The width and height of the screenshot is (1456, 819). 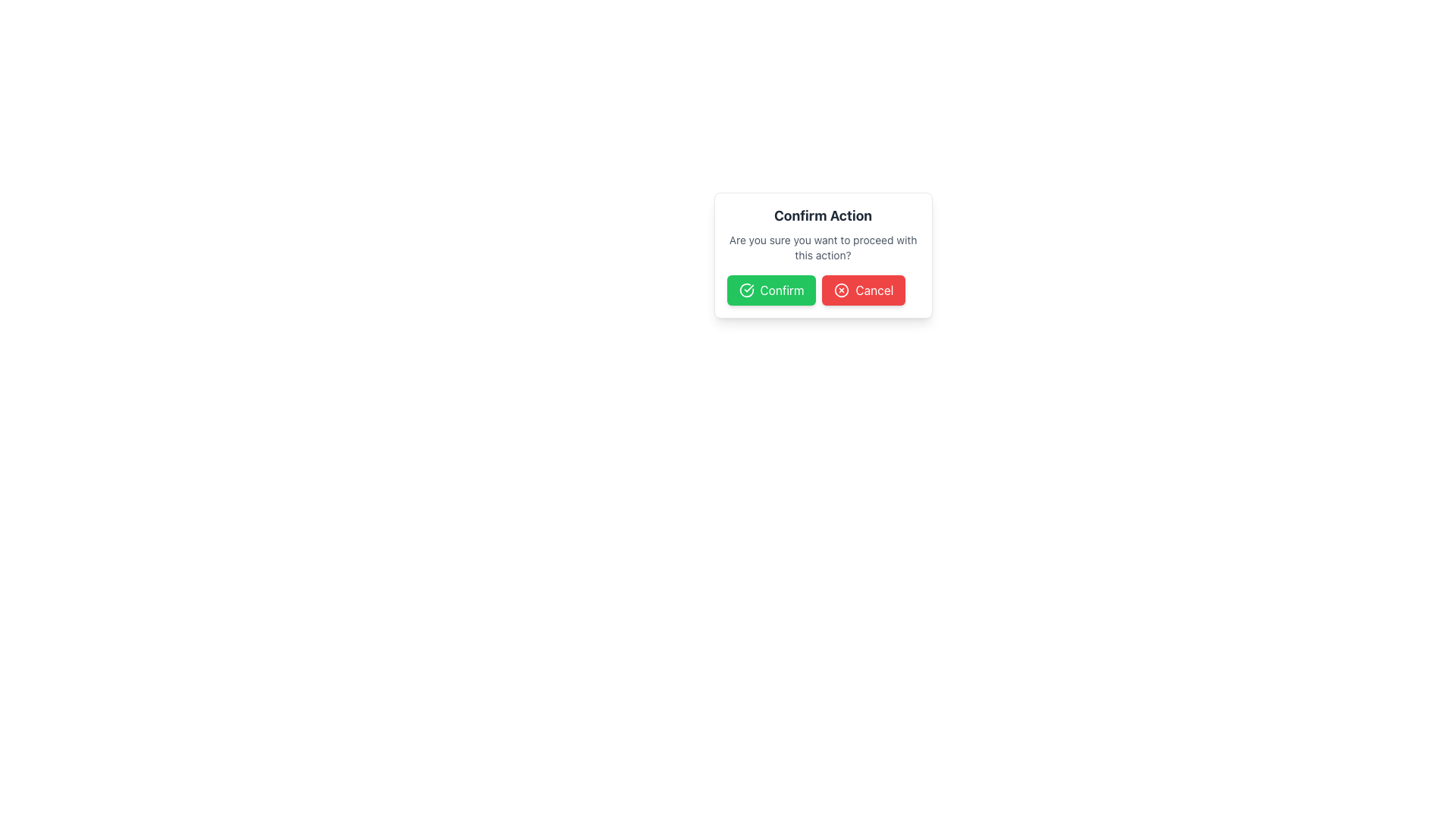 What do you see at coordinates (864, 290) in the screenshot?
I see `the red 'Cancel' button with a white 'x' icon` at bounding box center [864, 290].